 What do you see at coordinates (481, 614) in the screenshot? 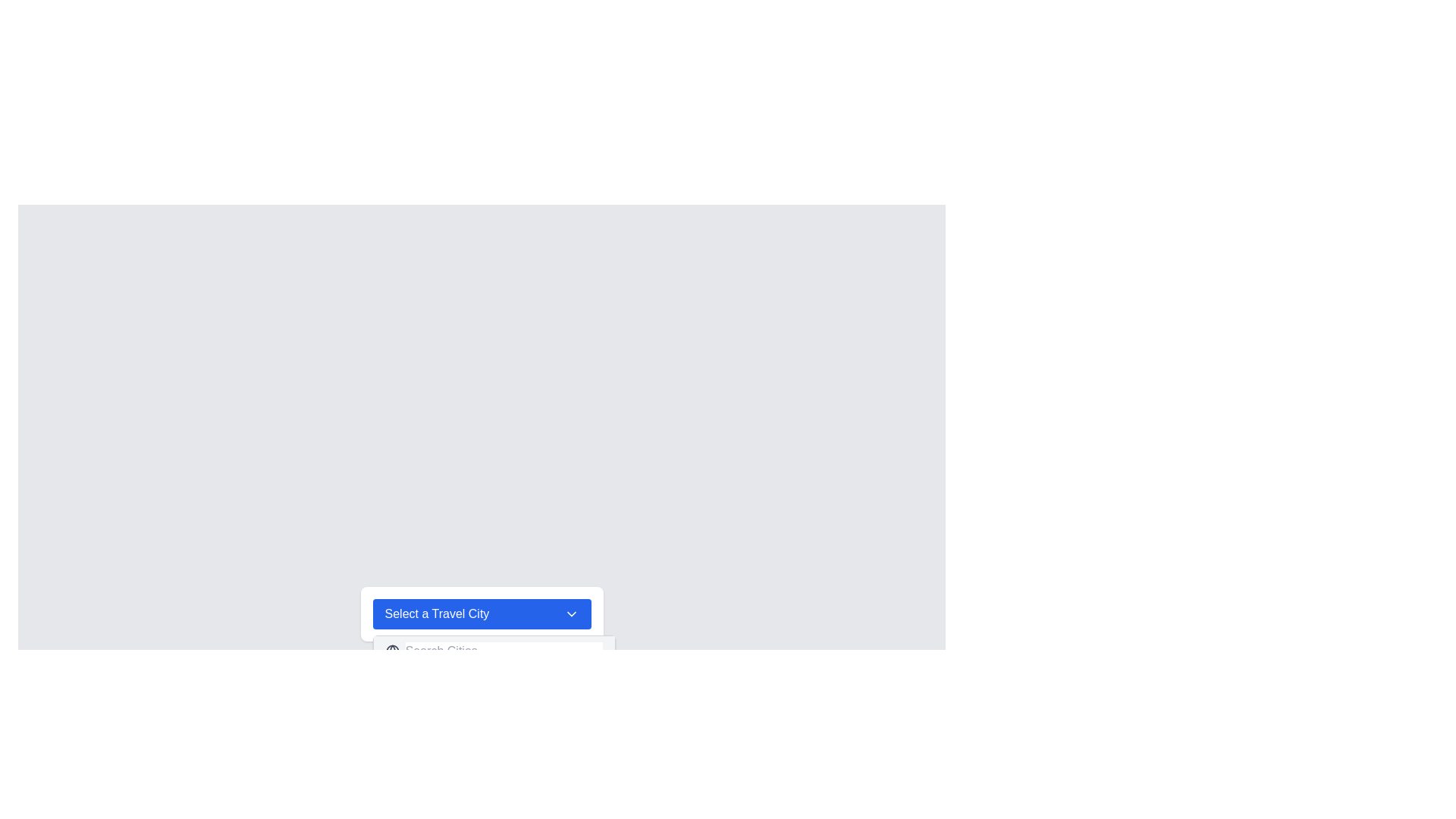
I see `the rectangular blue dropdown button that reads 'Select a Travel City'` at bounding box center [481, 614].